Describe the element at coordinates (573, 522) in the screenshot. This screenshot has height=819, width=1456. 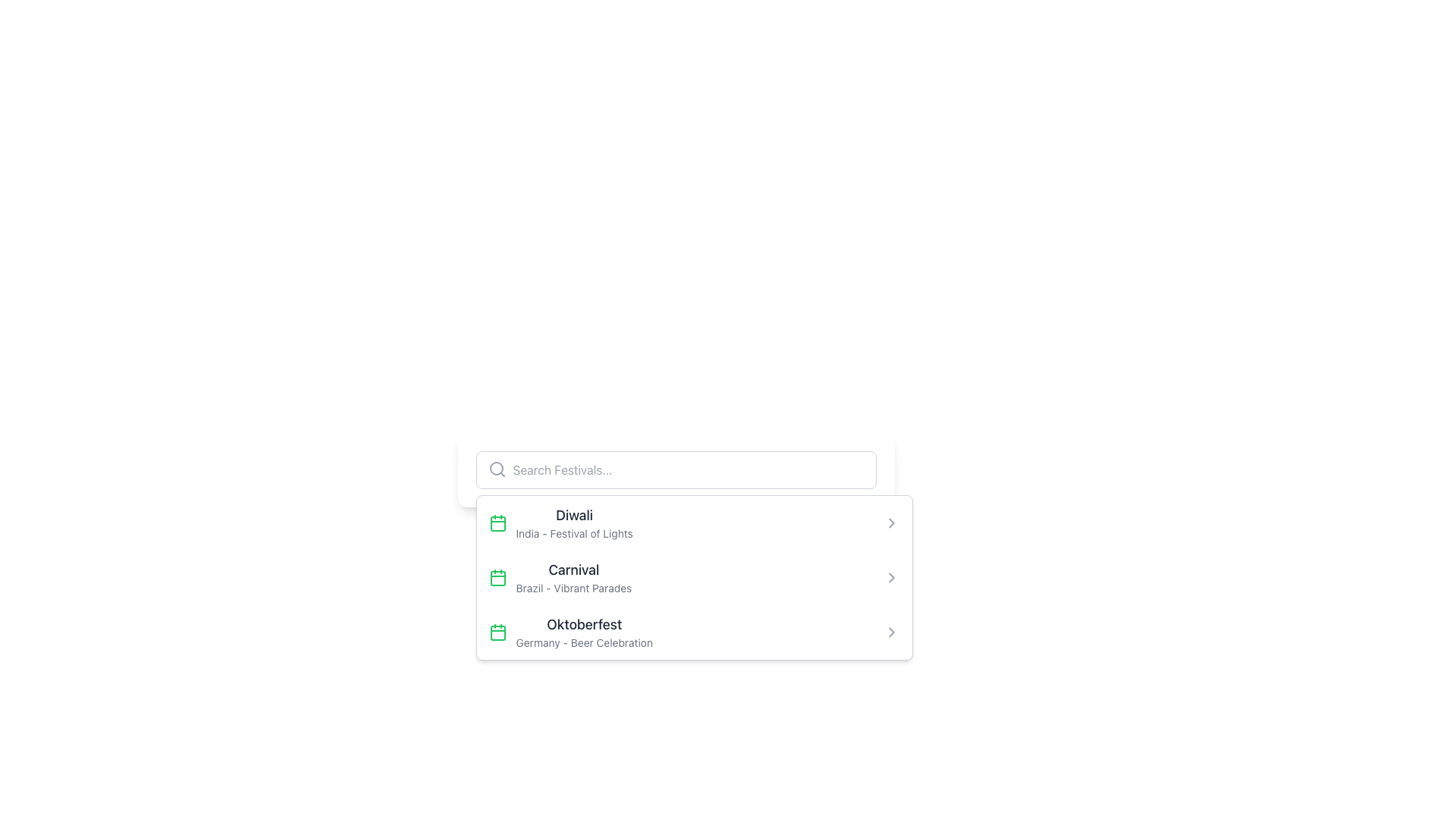
I see `the static text component that serves as a descriptive label for the 'Diwali' festival, positioned in the second item of a vertically arranged list` at that location.